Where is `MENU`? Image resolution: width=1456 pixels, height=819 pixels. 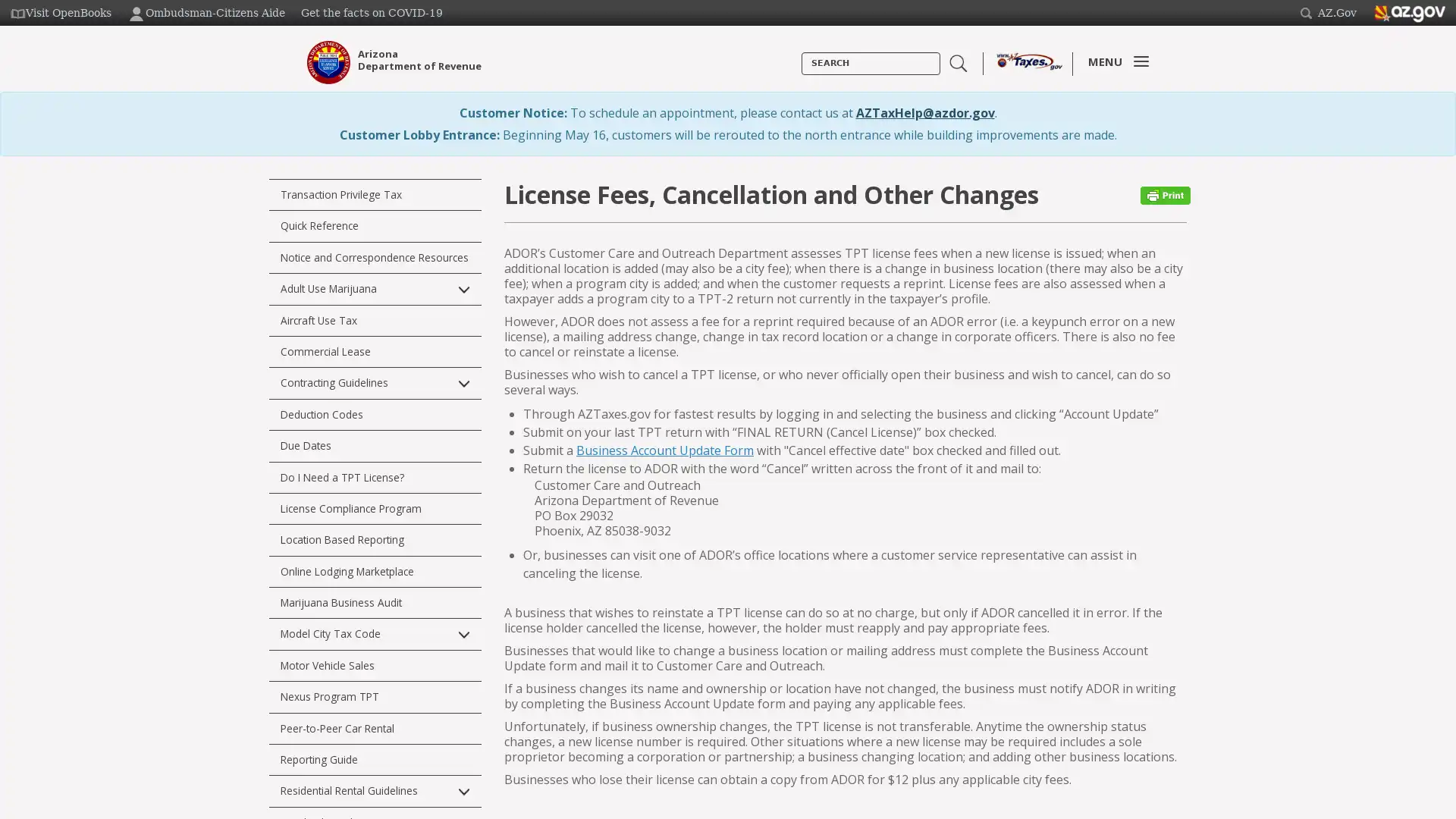 MENU is located at coordinates (1114, 61).